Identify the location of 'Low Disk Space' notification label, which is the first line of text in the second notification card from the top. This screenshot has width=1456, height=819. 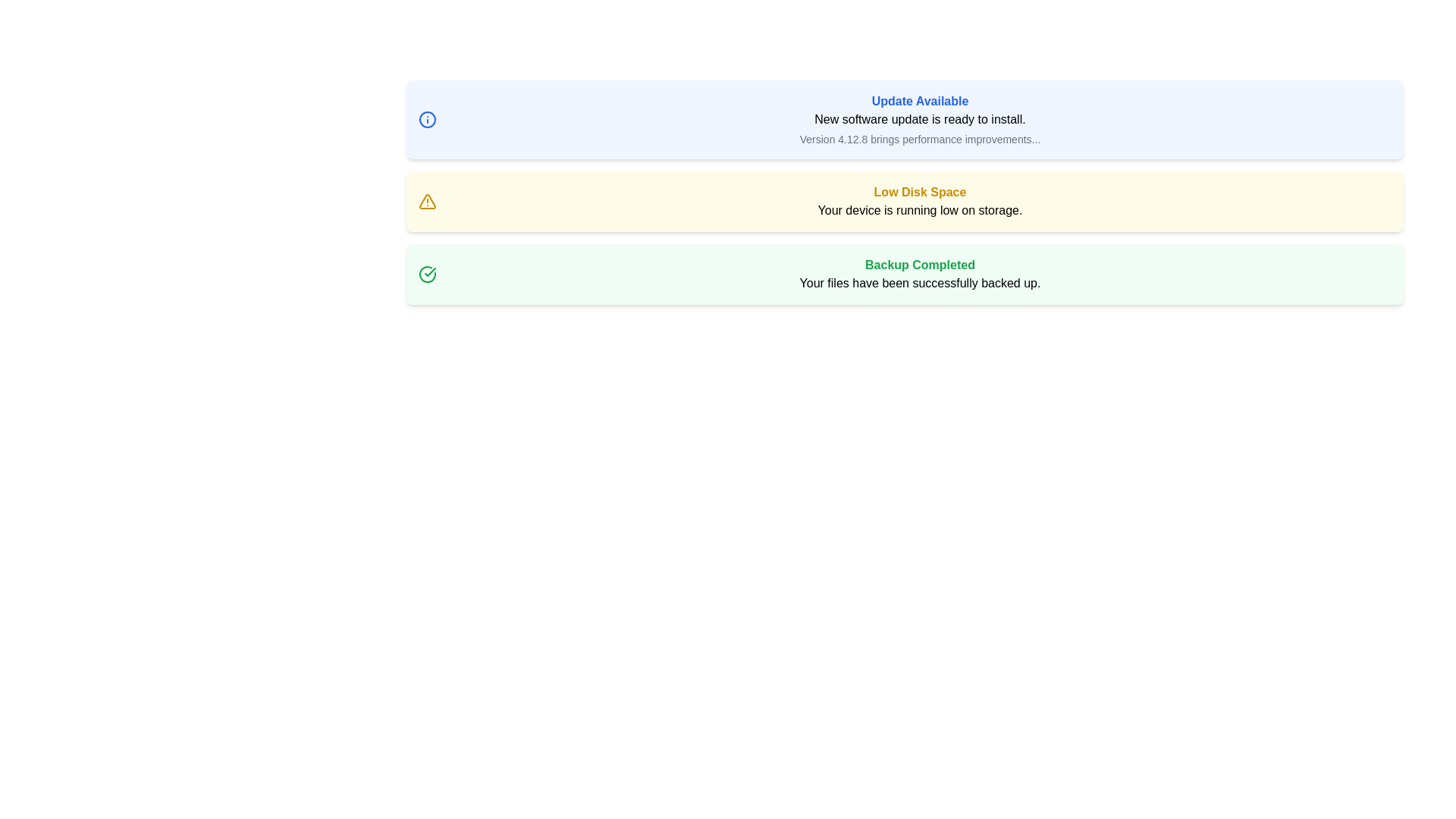
(919, 192).